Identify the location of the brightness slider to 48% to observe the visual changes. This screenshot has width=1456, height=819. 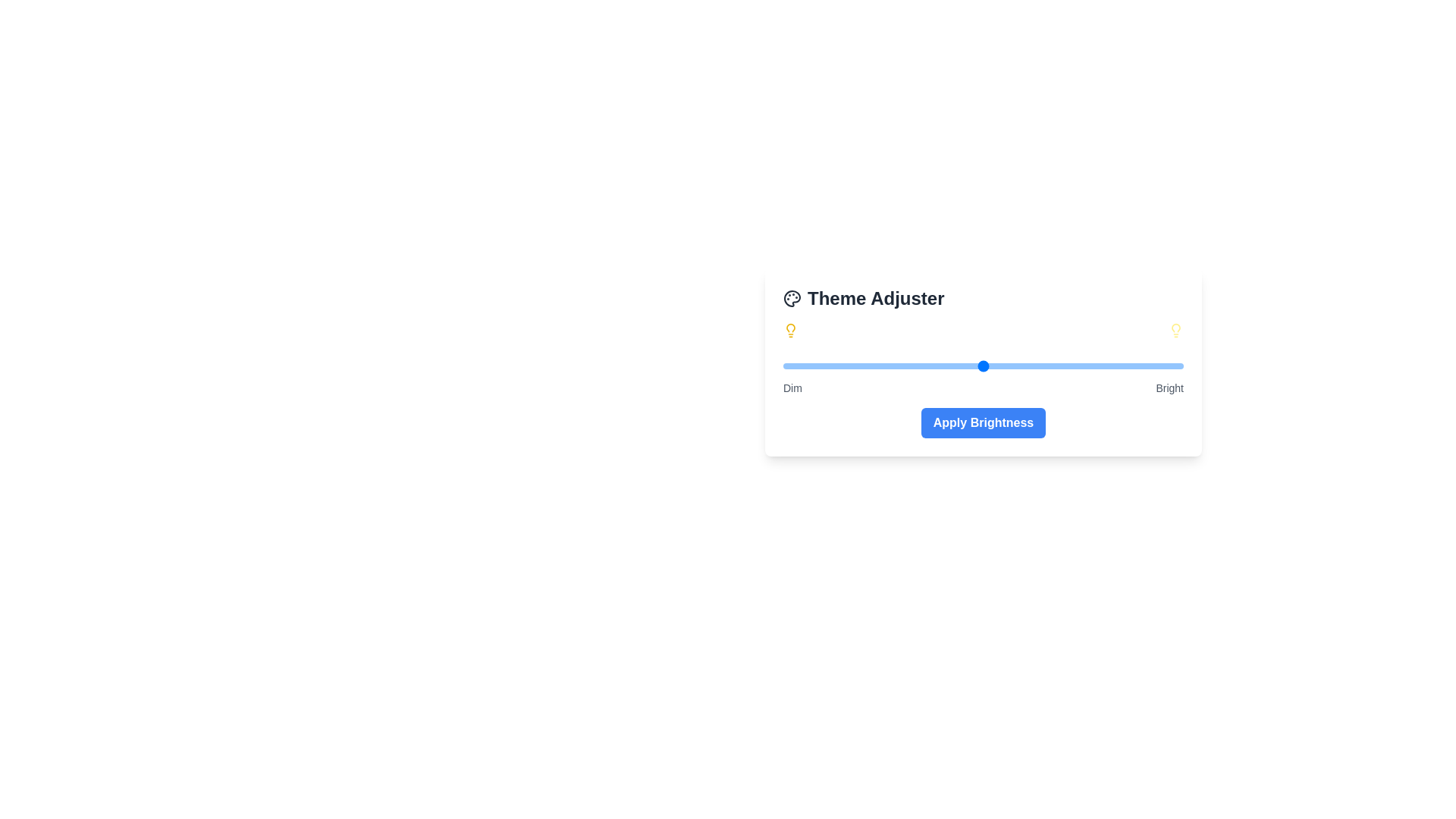
(975, 366).